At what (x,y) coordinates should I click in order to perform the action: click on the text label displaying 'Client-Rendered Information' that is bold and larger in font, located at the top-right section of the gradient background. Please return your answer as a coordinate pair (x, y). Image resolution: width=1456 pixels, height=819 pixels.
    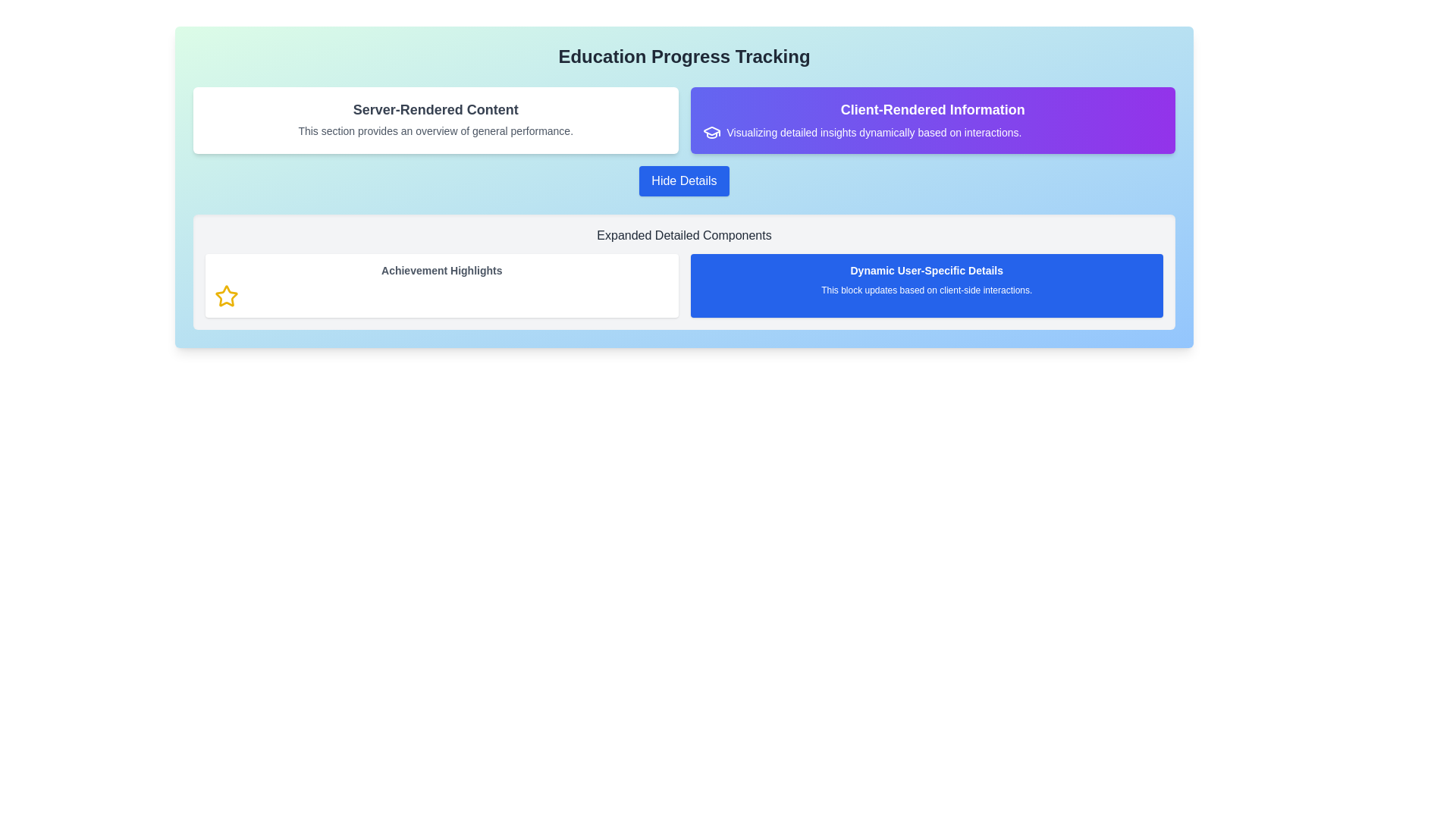
    Looking at the image, I should click on (932, 109).